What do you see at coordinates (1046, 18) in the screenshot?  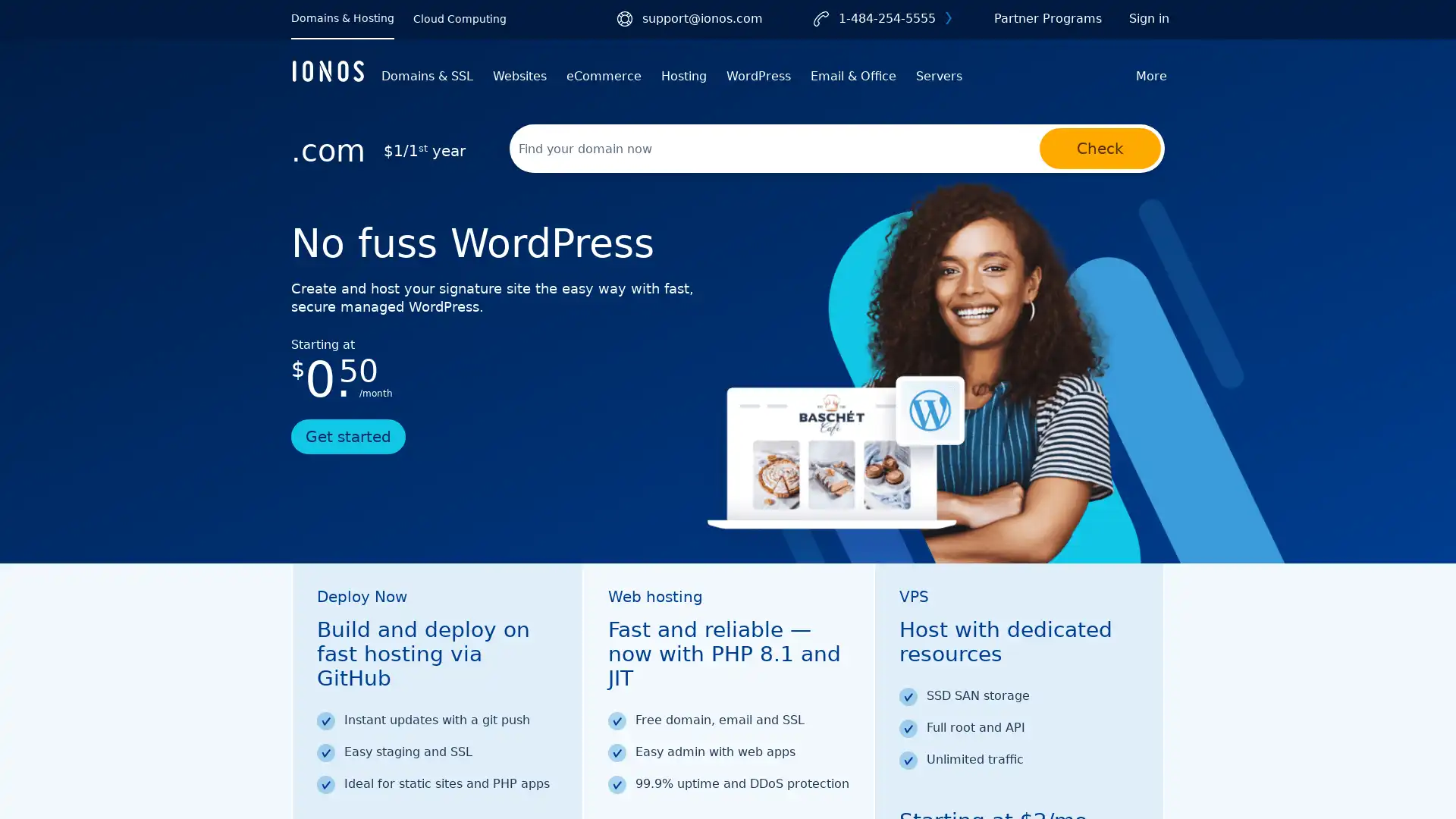 I see `Partner Programs` at bounding box center [1046, 18].